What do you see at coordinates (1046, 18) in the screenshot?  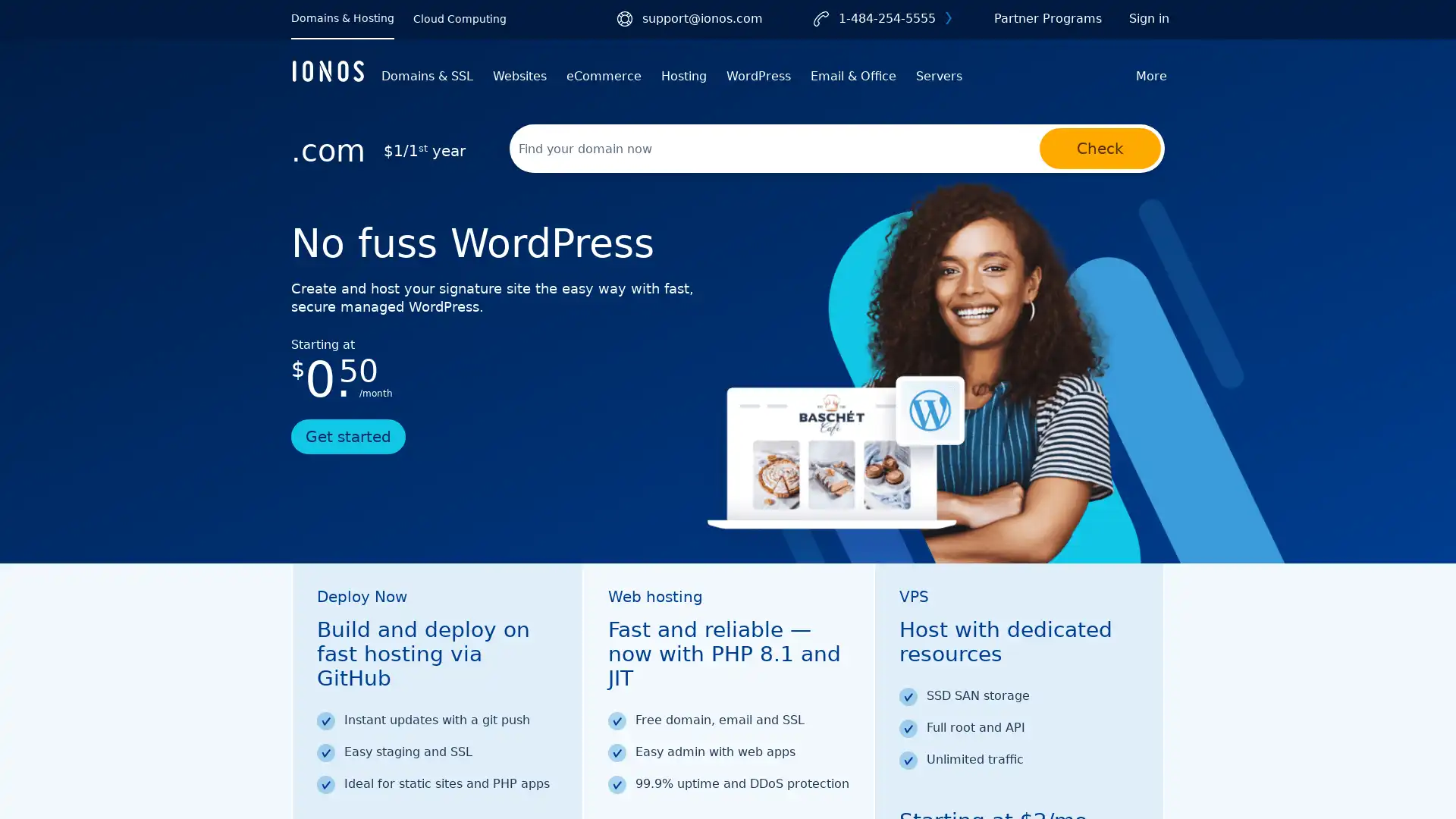 I see `Partner Programs` at bounding box center [1046, 18].